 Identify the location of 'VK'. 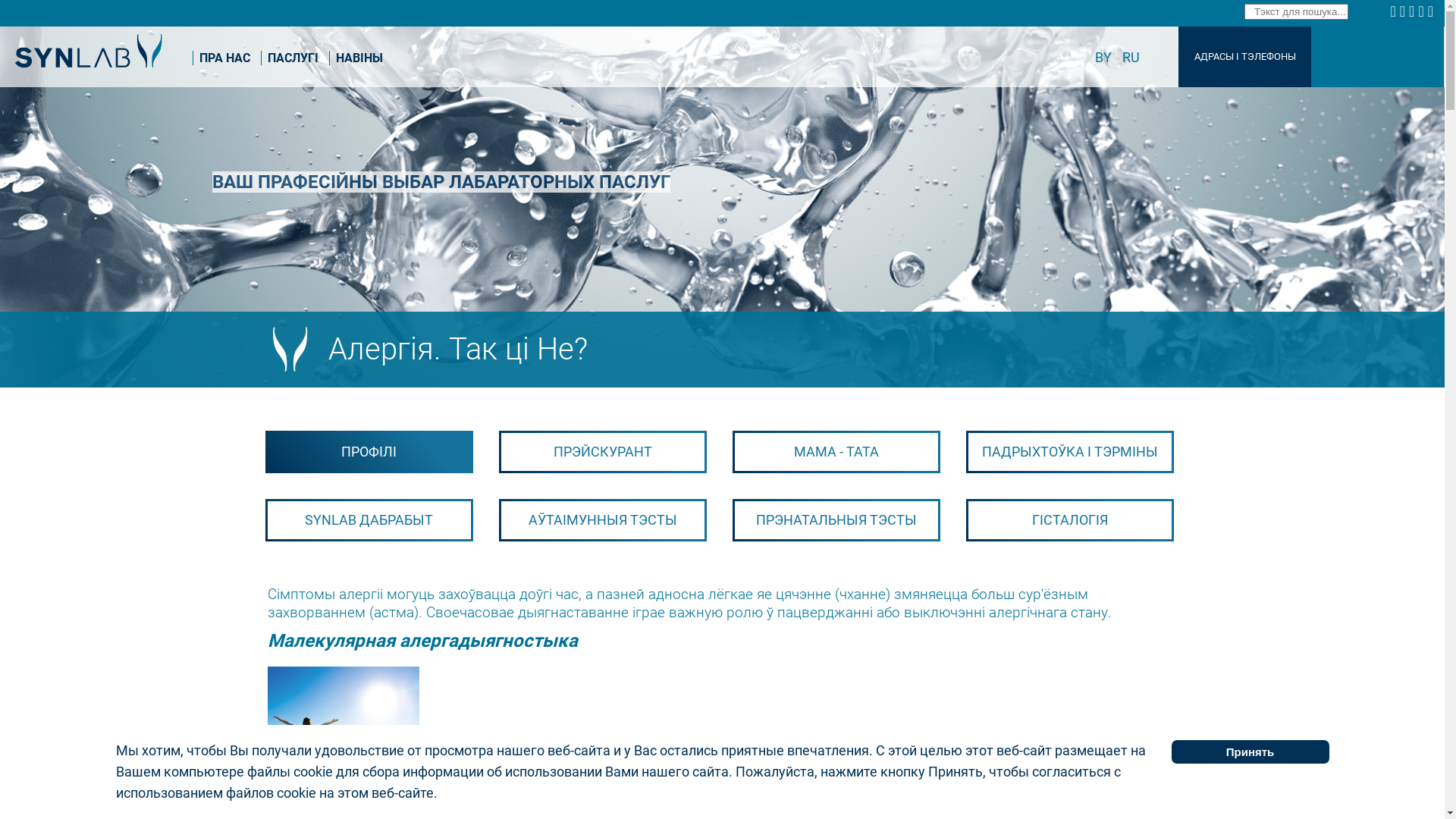
(1404, 11).